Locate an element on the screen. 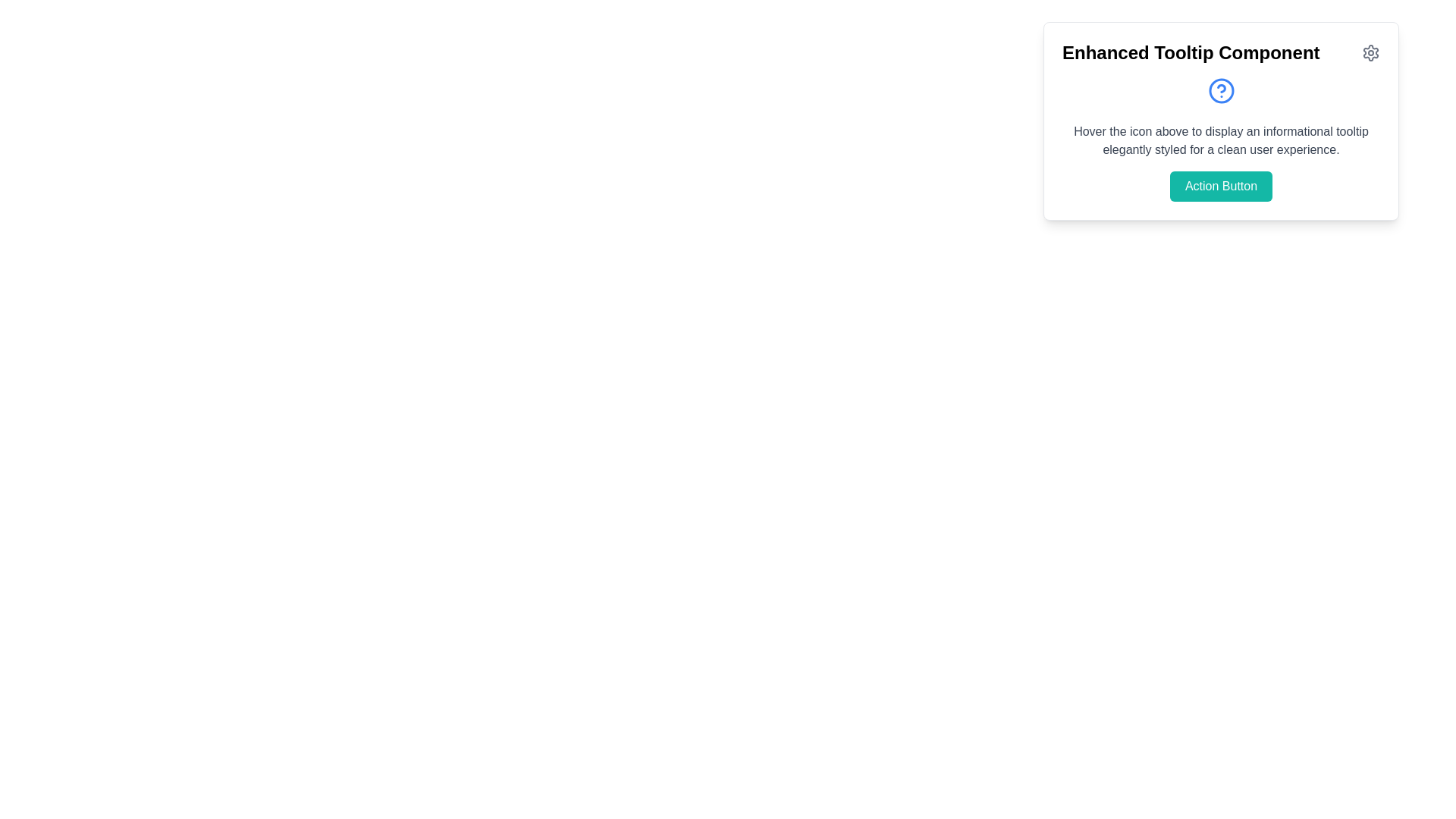 This screenshot has height=819, width=1456. the circular blue icon with a question mark, located below the 'Enhanced Tooltip Component' heading and above the 'Action Button' is located at coordinates (1221, 90).